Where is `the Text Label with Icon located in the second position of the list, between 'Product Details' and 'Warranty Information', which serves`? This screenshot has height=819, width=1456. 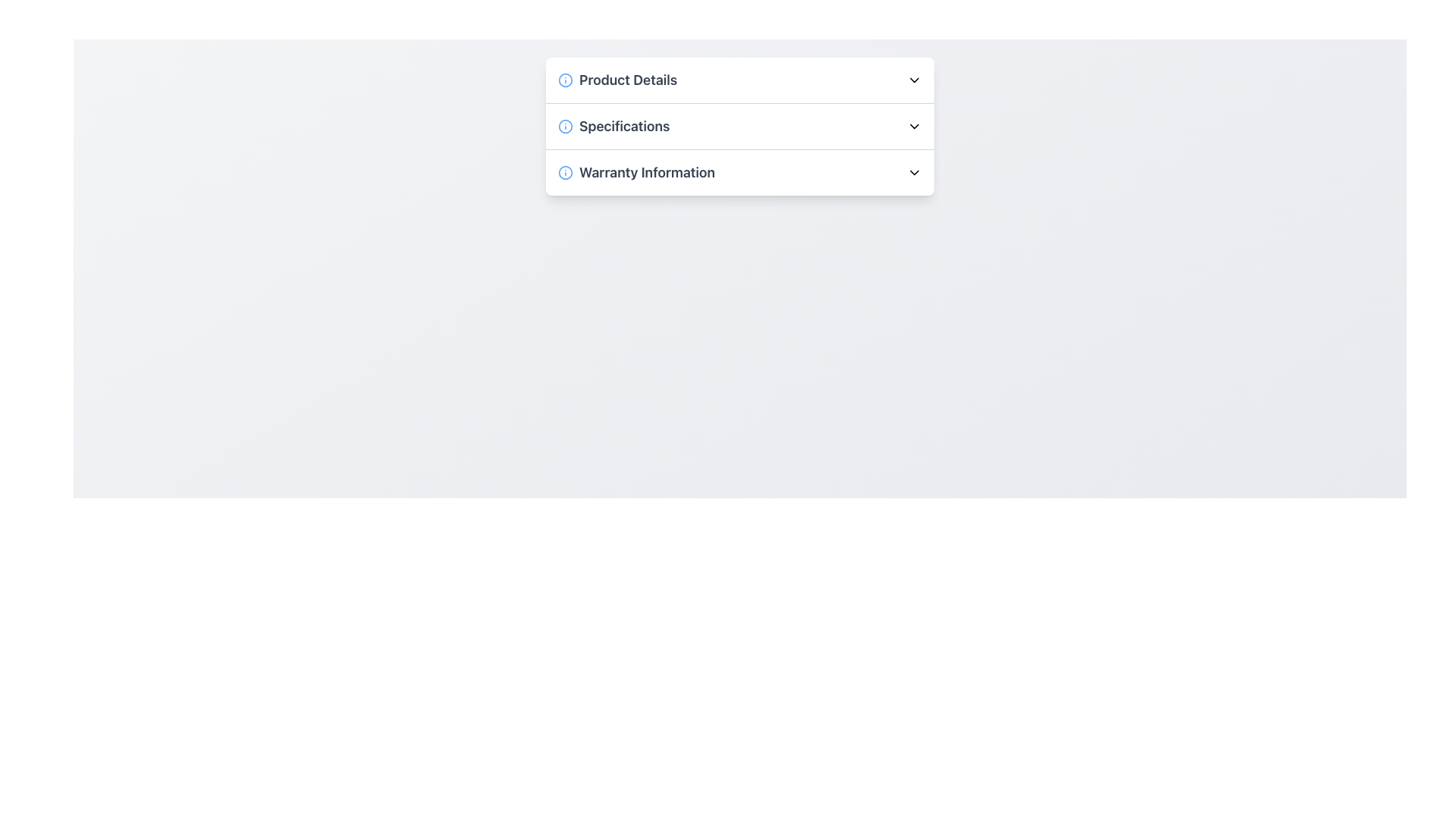
the Text Label with Icon located in the second position of the list, between 'Product Details' and 'Warranty Information', which serves is located at coordinates (613, 125).